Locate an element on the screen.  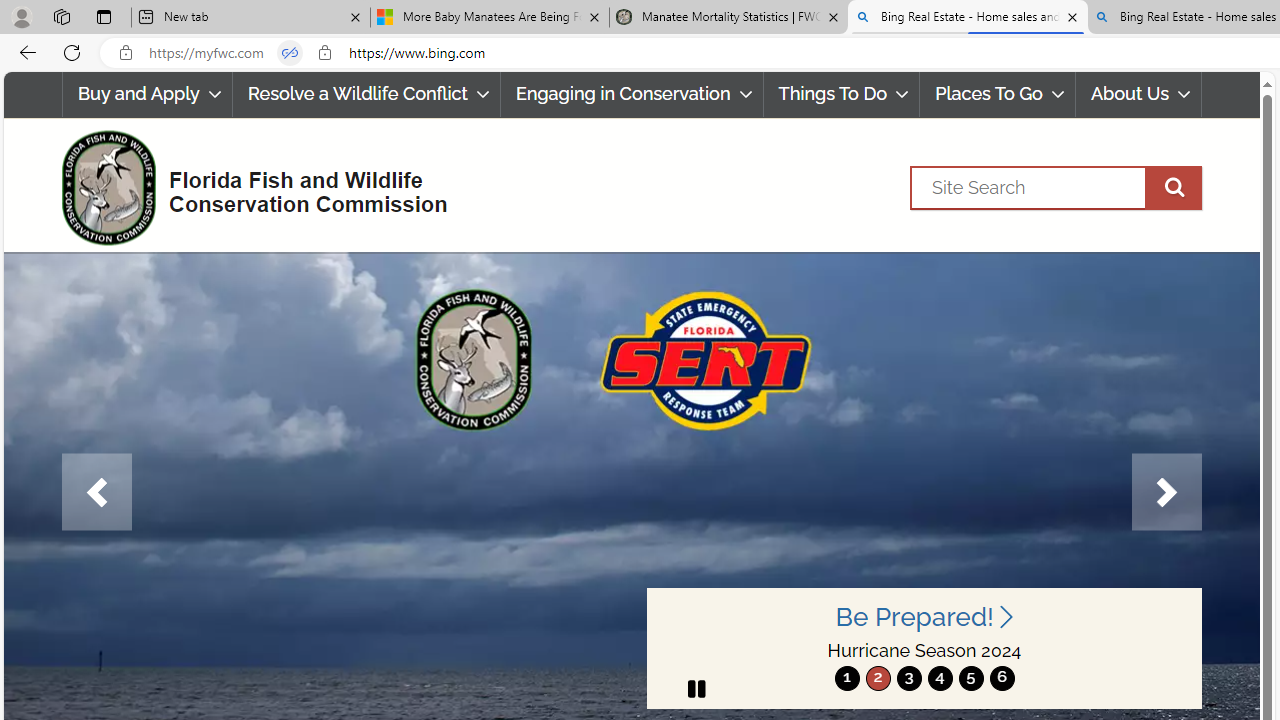
'Be Prepared! ' is located at coordinates (923, 616).